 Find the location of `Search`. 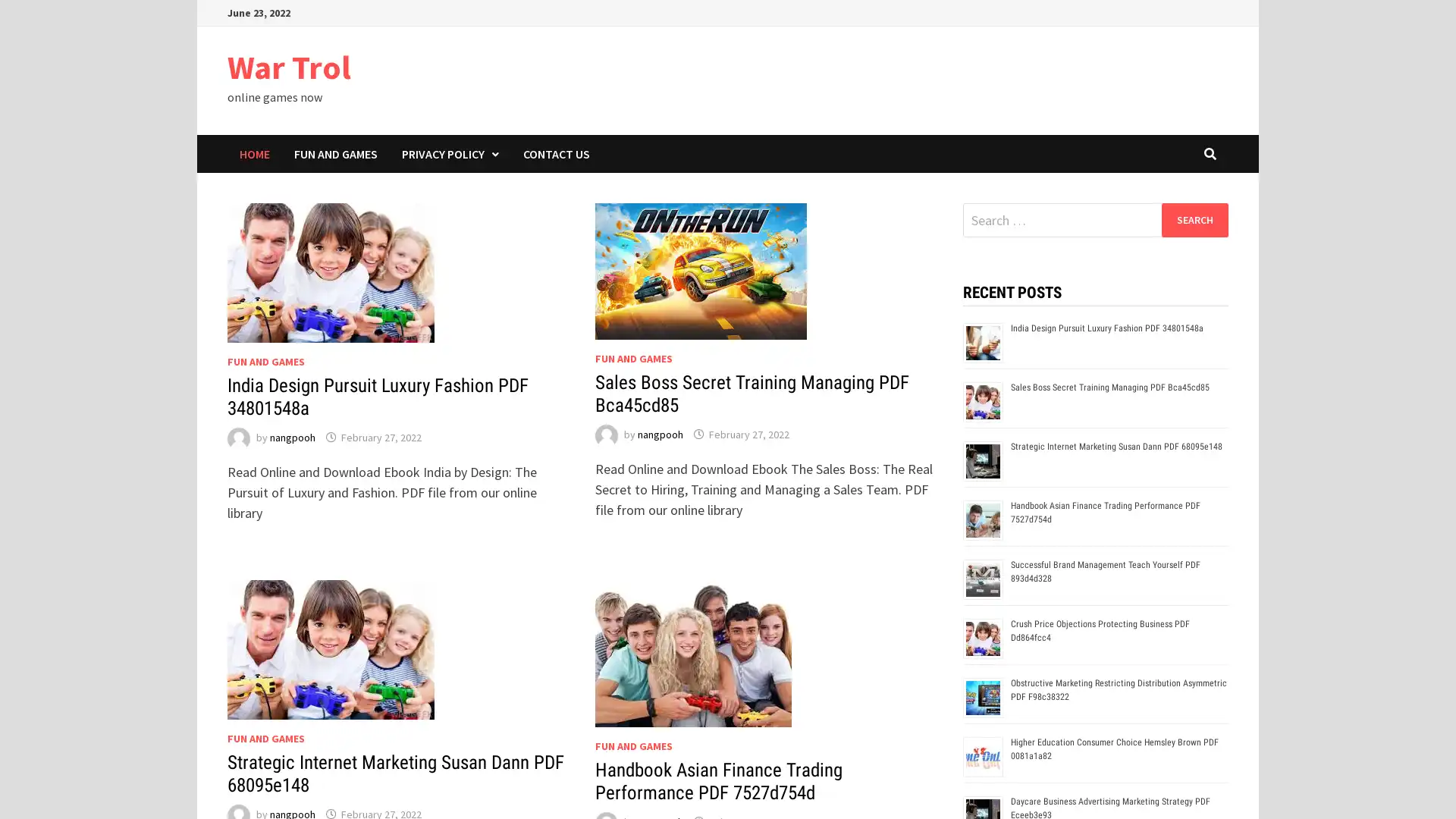

Search is located at coordinates (1194, 219).